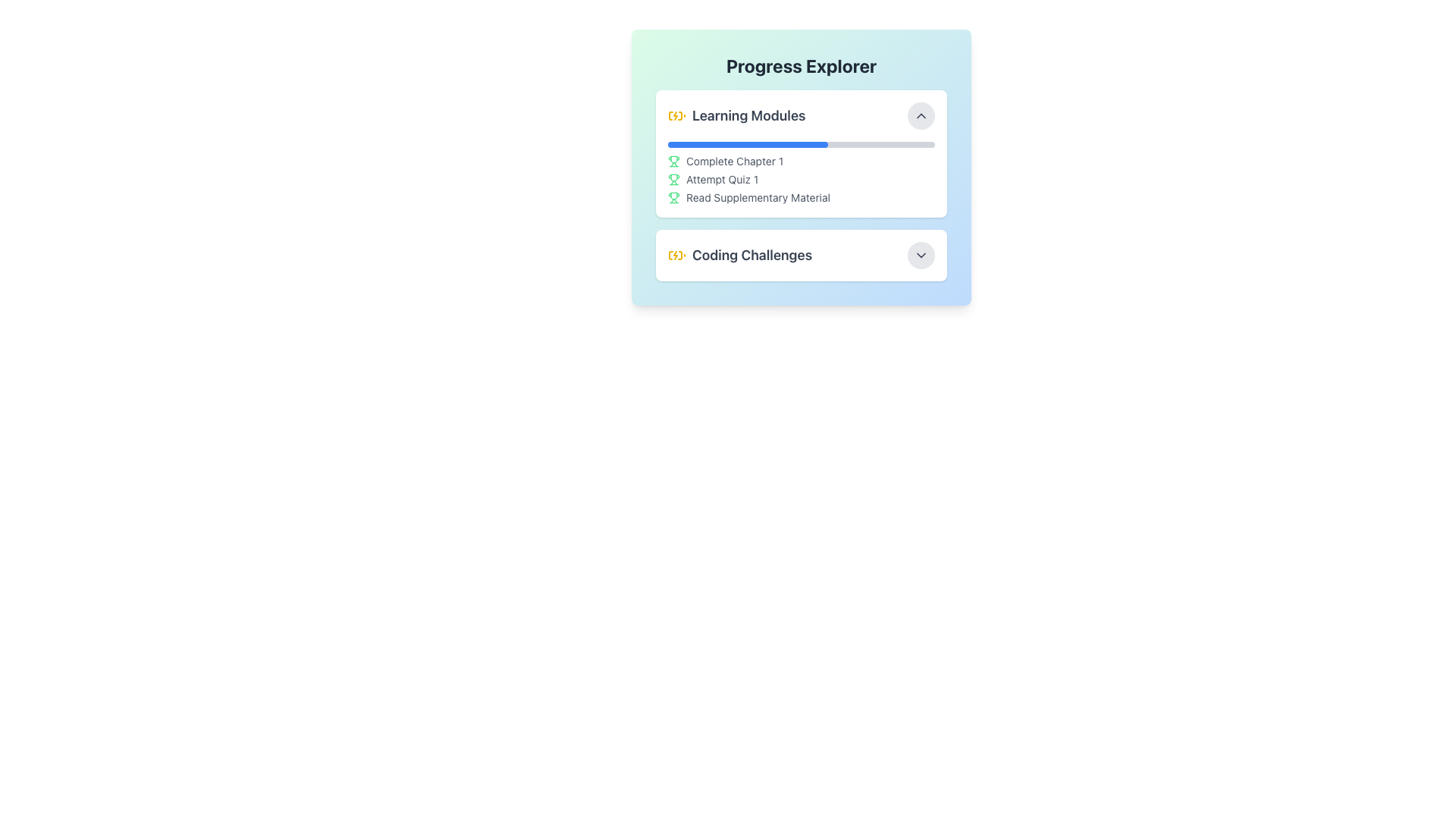 The height and width of the screenshot is (819, 1456). I want to click on the blue filled progress bar located in the 'Learning Modules' section, which is beneath the title and above the list of activities, so click(748, 145).